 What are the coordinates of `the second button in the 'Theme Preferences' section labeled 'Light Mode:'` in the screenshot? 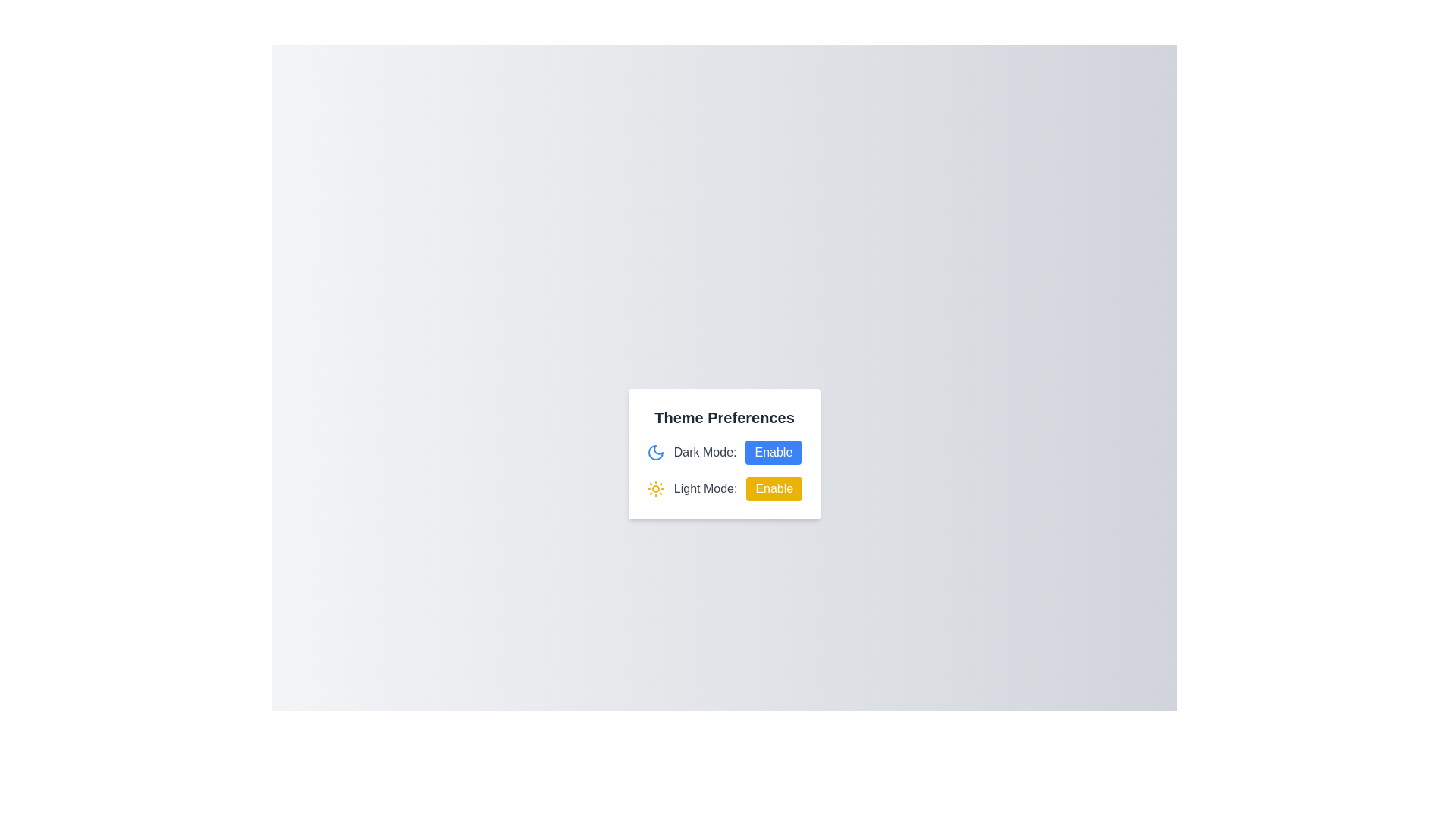 It's located at (774, 488).